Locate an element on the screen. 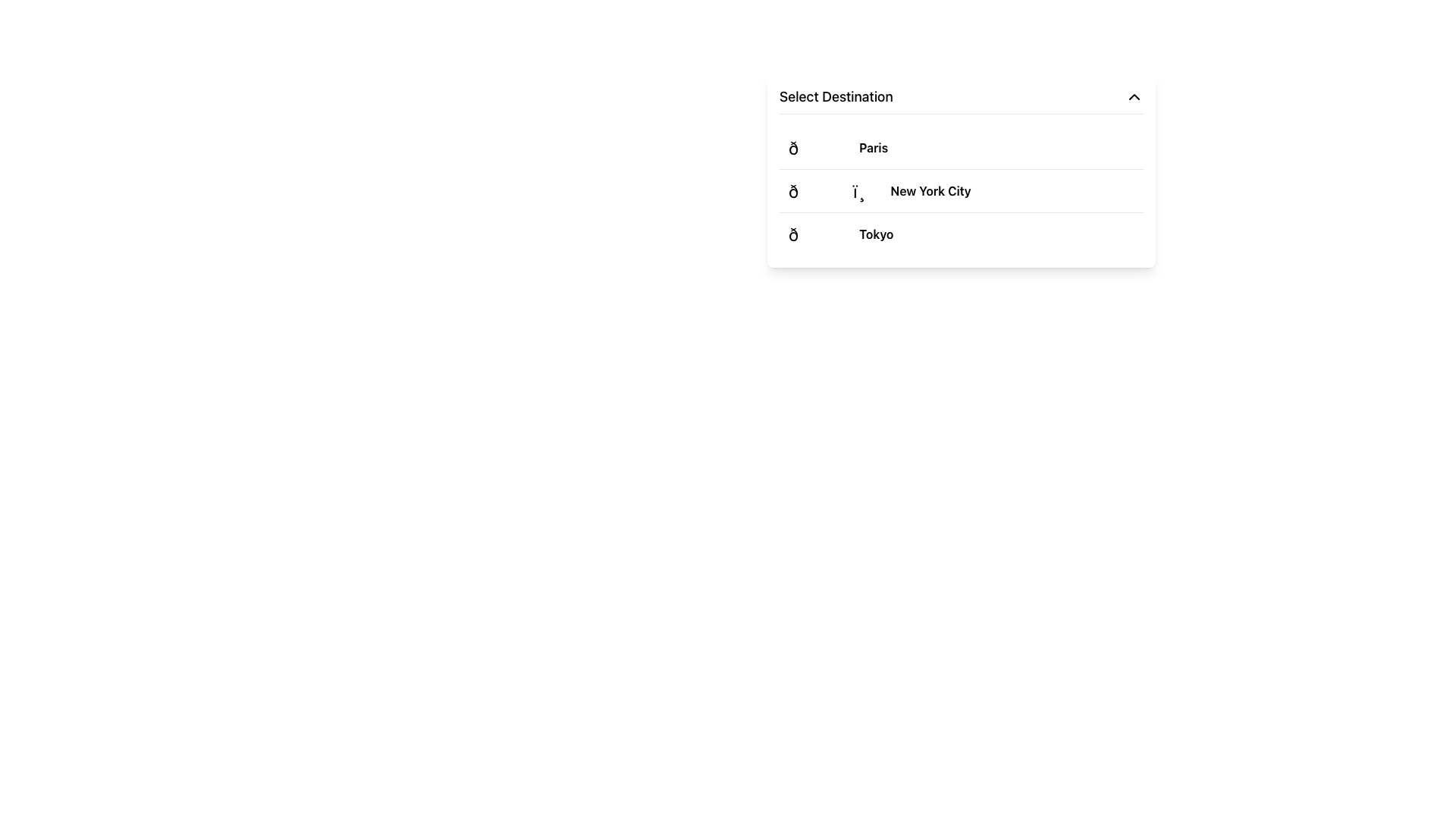  the 'New York City' text label in the dropdown menu is located at coordinates (930, 190).